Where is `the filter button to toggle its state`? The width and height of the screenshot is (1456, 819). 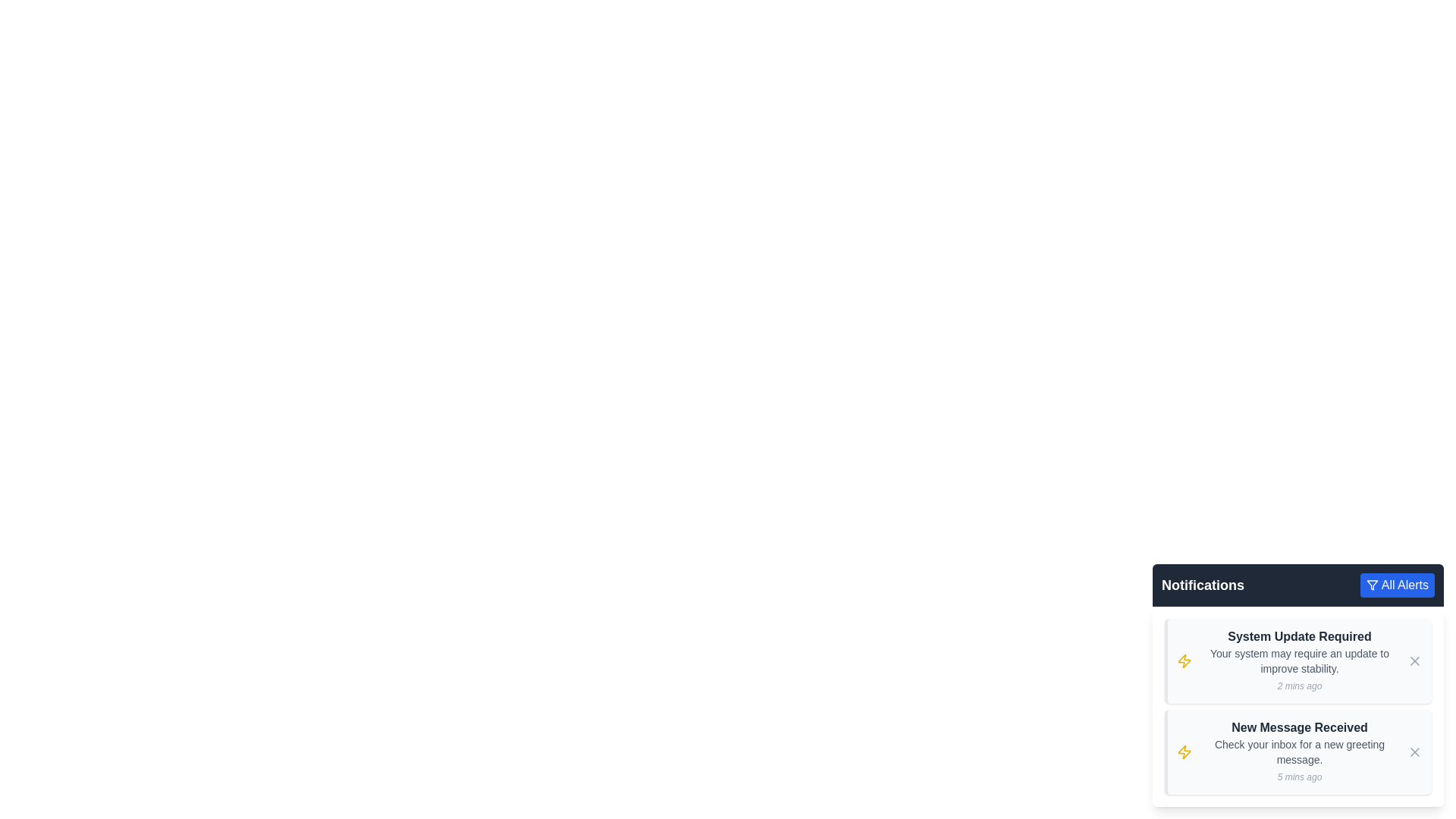
the filter button to toggle its state is located at coordinates (1396, 584).